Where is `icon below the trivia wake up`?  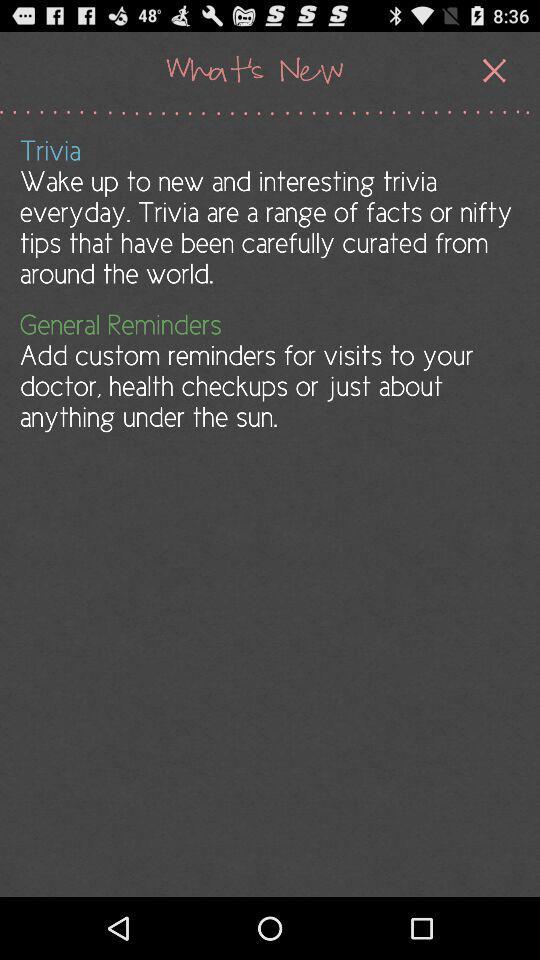 icon below the trivia wake up is located at coordinates (268, 370).